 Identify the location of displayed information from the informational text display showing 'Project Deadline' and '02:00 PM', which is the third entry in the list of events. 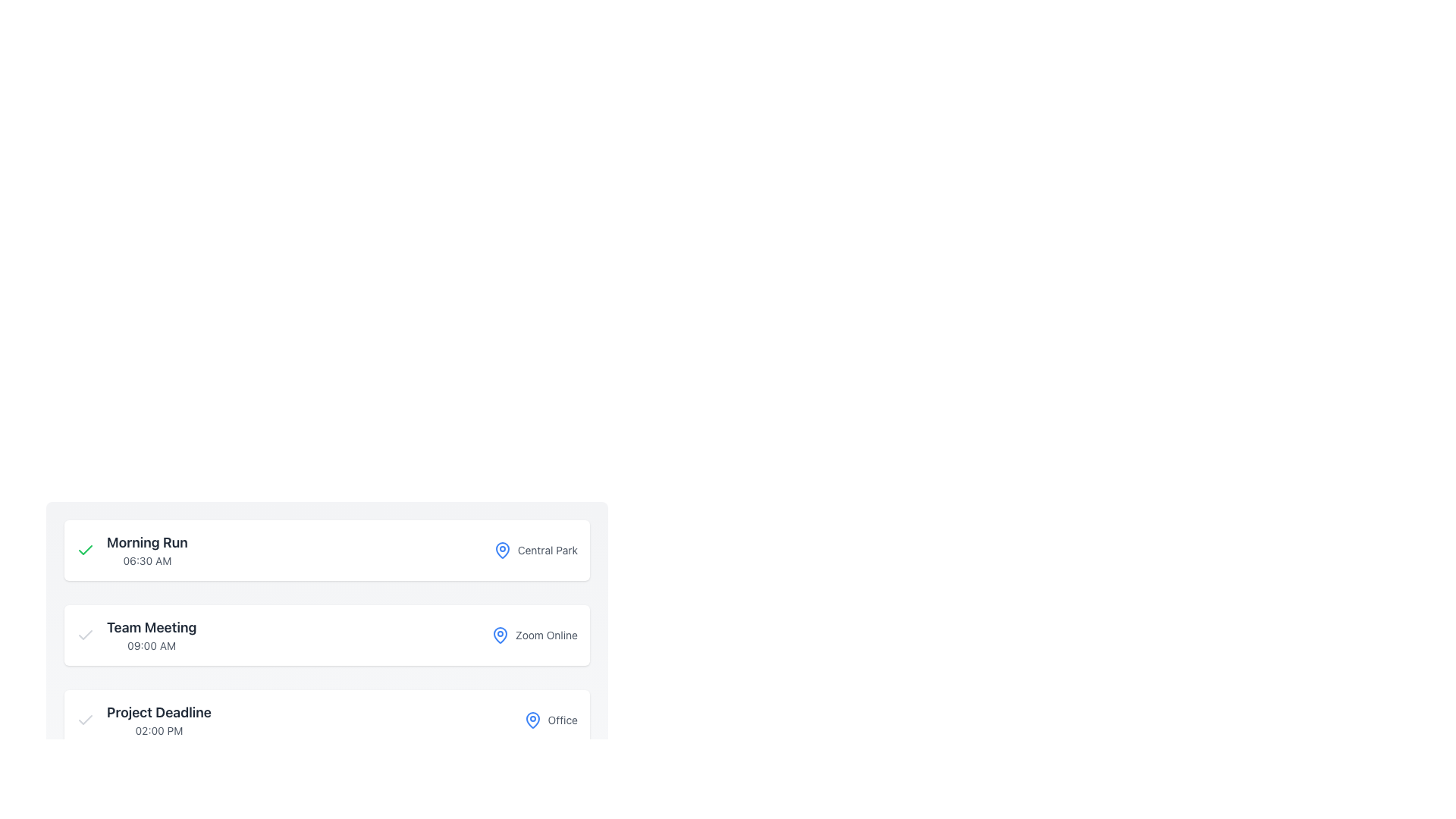
(159, 719).